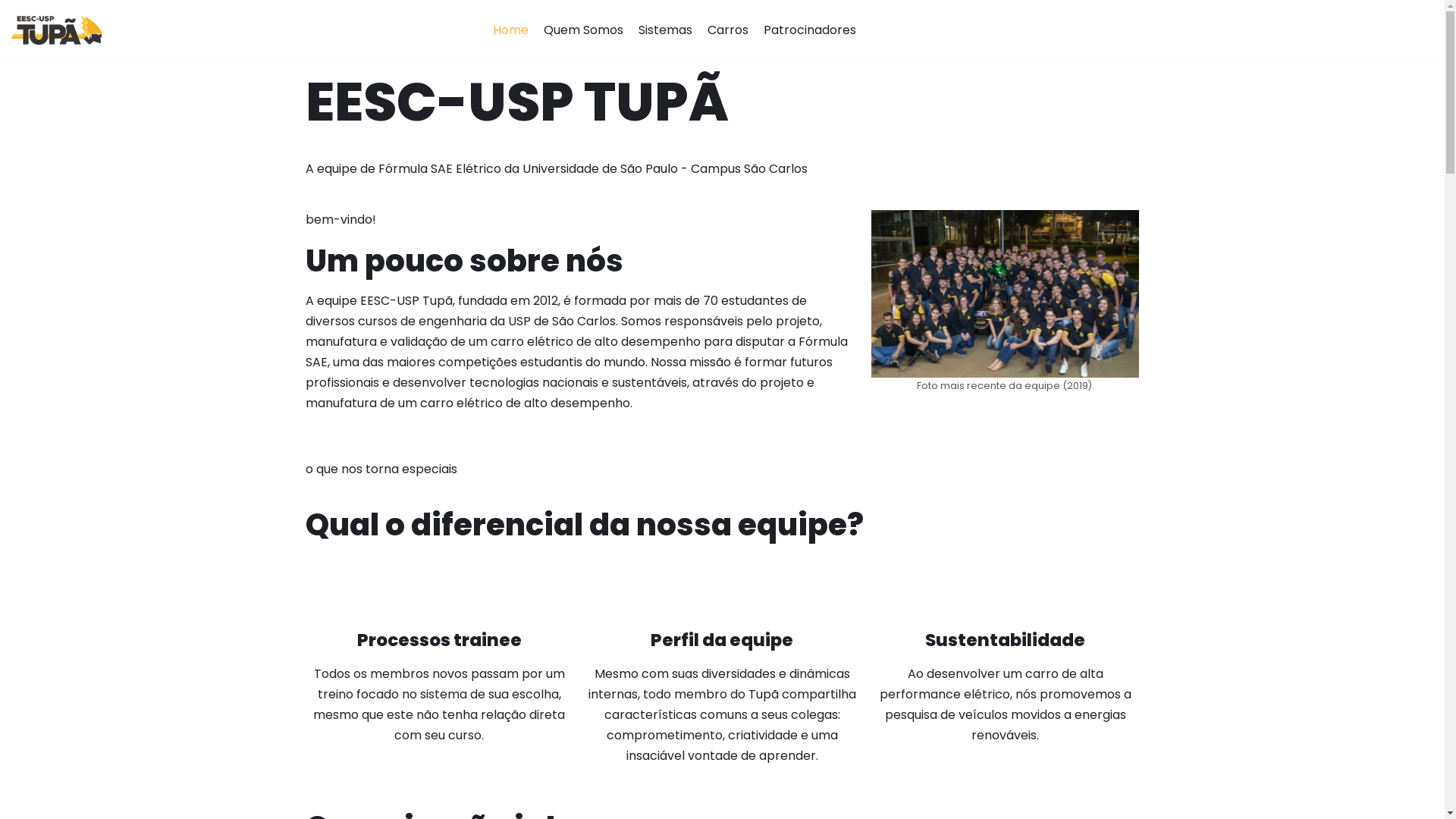  I want to click on 'Sistemas', so click(665, 30).